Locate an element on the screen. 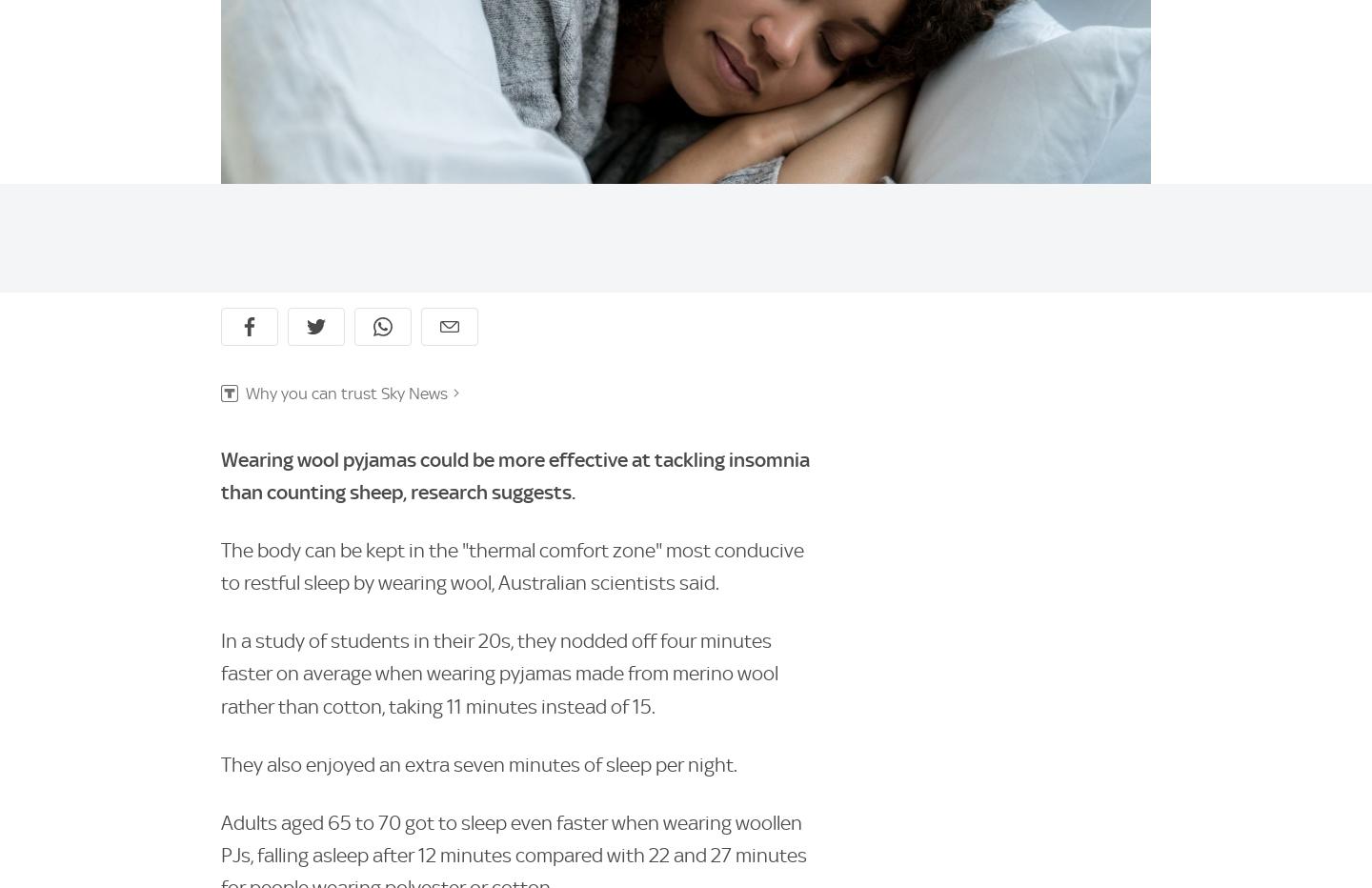 The image size is (1372, 888). 'Editorial Guidelines' is located at coordinates (221, 639).